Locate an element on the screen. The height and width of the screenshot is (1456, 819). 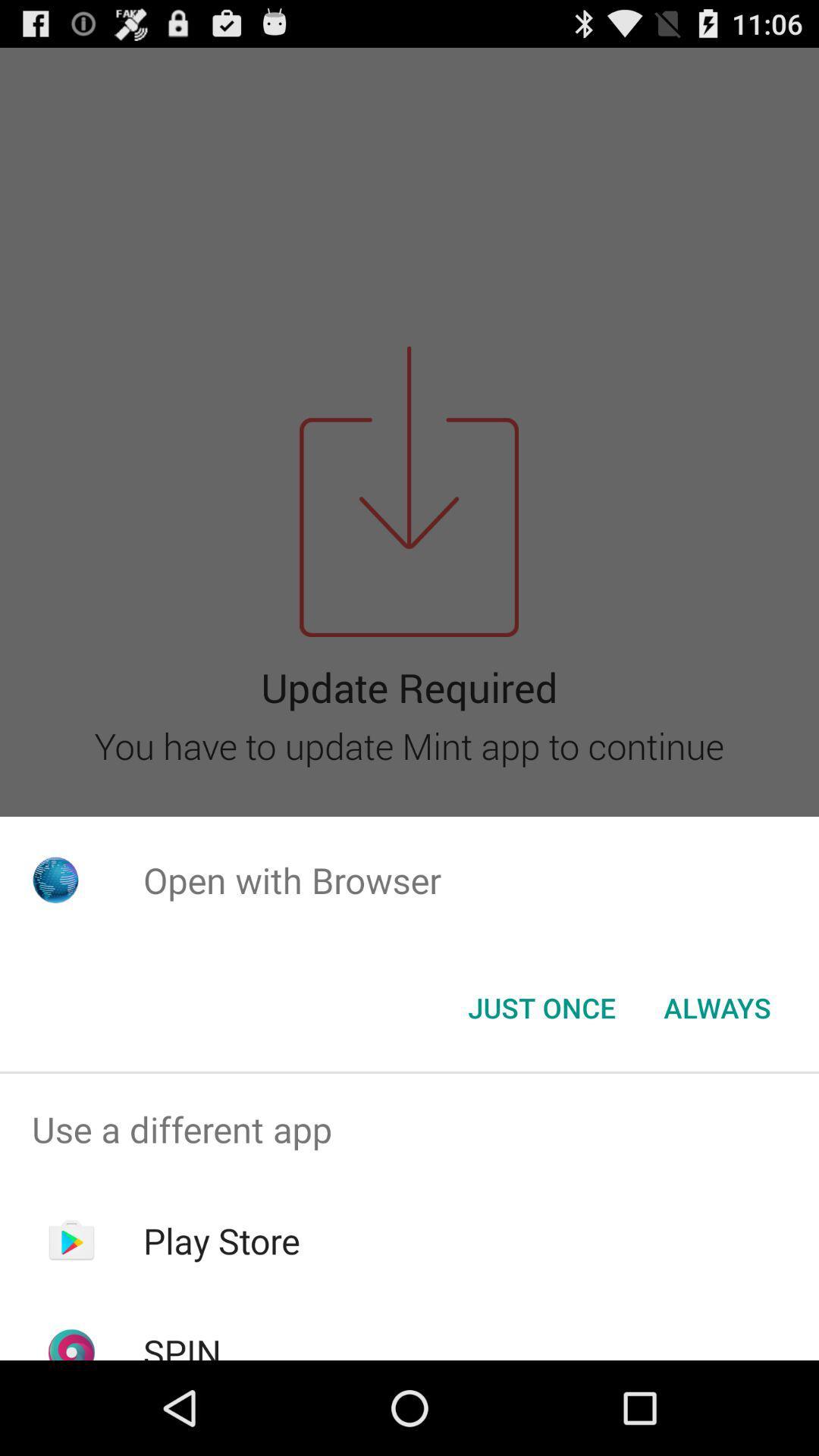
the just once item is located at coordinates (541, 1008).